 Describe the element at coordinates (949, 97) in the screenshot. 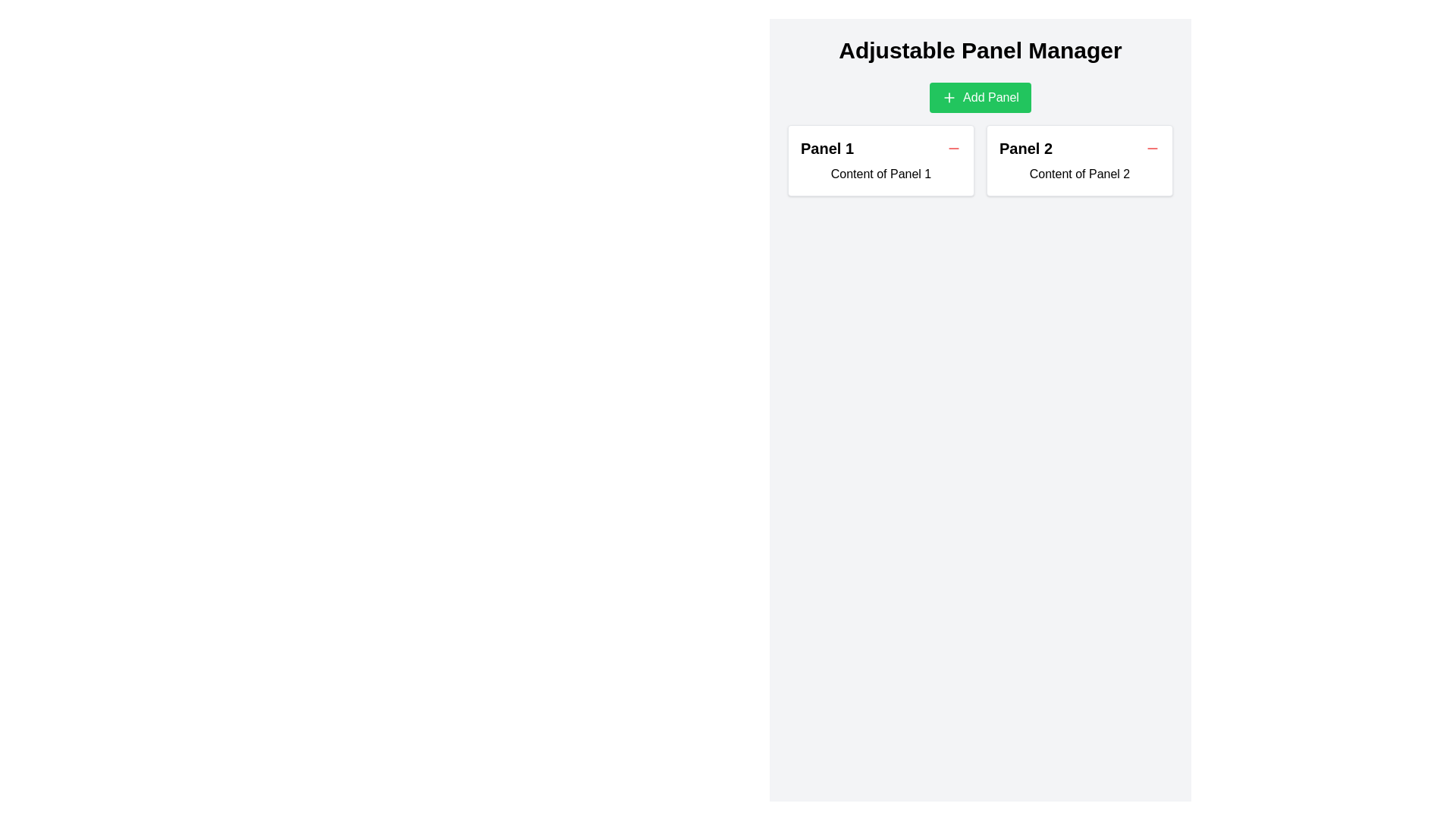

I see `the small green square icon with a plus sign located within the Add Panel button, which is positioned below the Adjustable Panel Manager heading` at that location.